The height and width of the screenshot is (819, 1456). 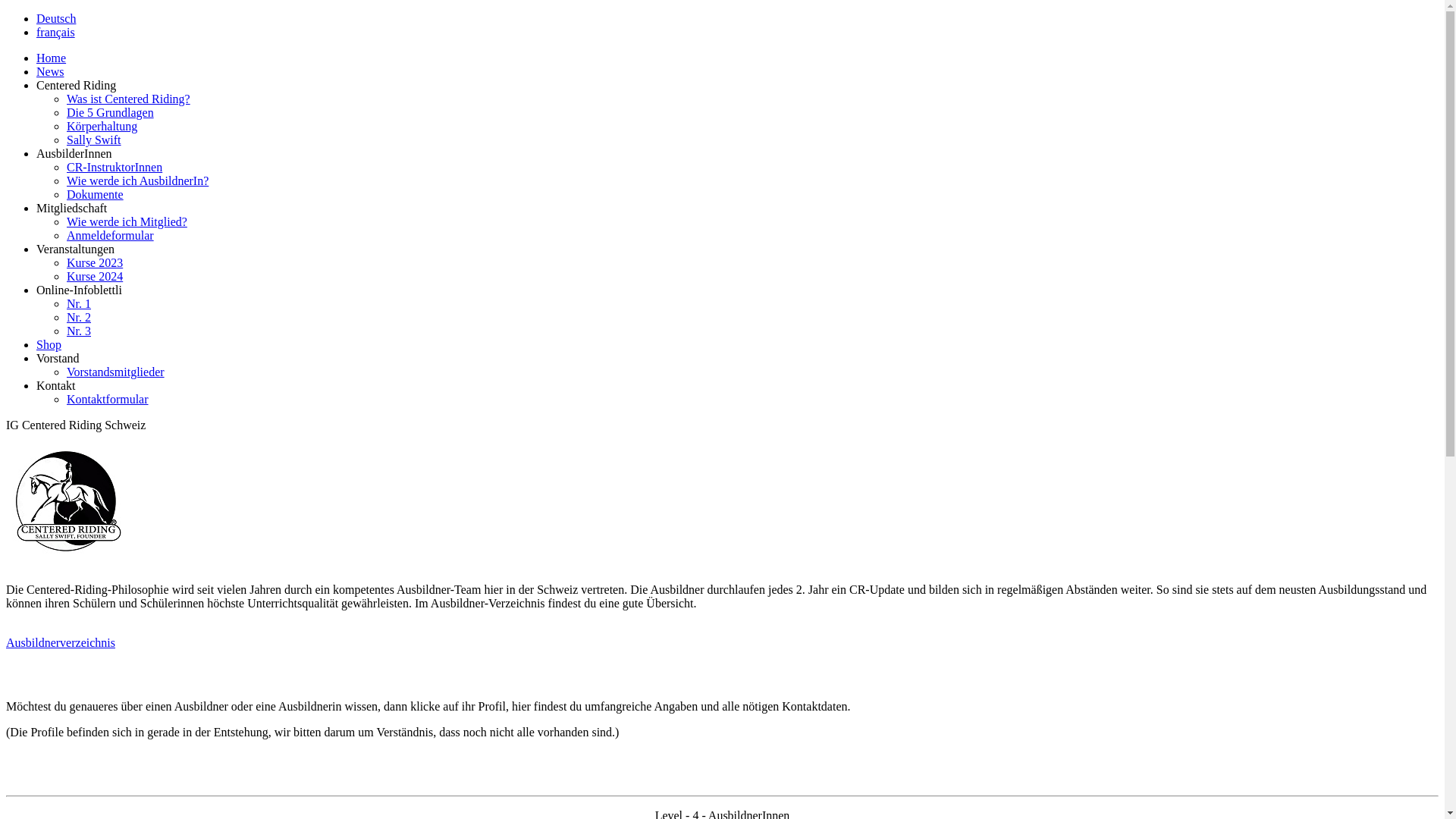 I want to click on 'Deutsch', so click(x=55, y=18).